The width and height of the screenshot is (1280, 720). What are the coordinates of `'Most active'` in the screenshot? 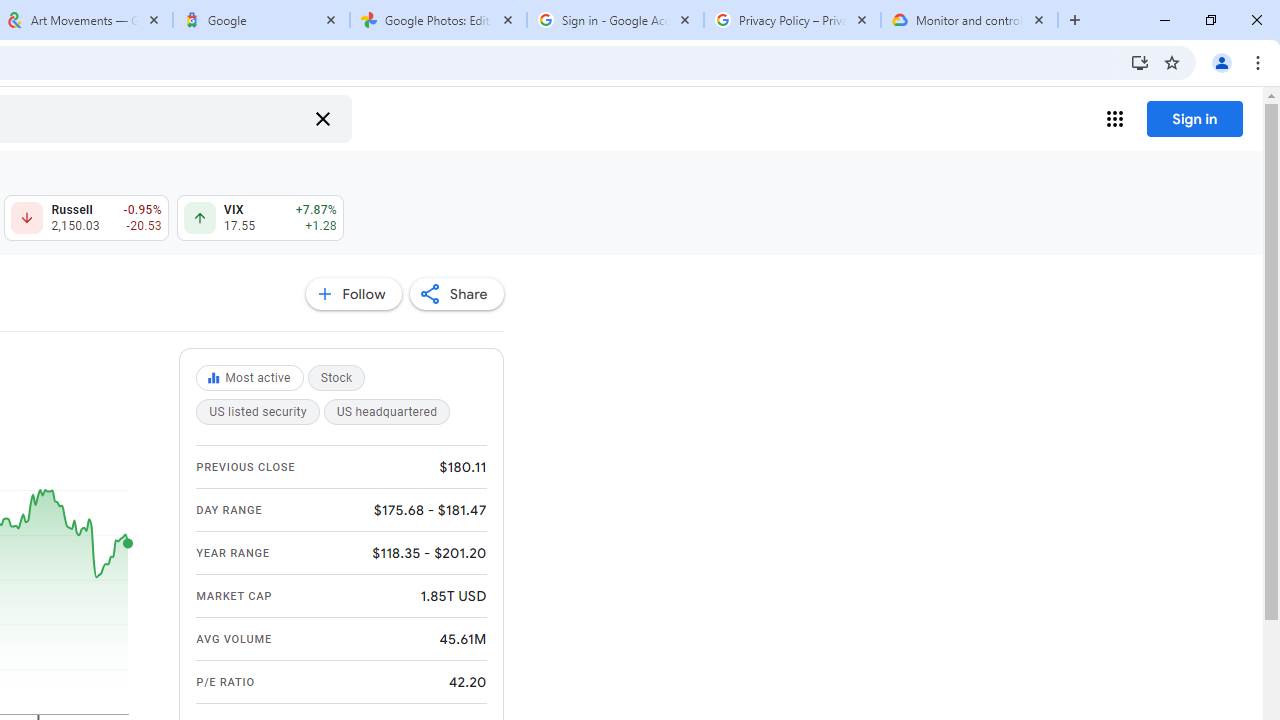 It's located at (251, 378).